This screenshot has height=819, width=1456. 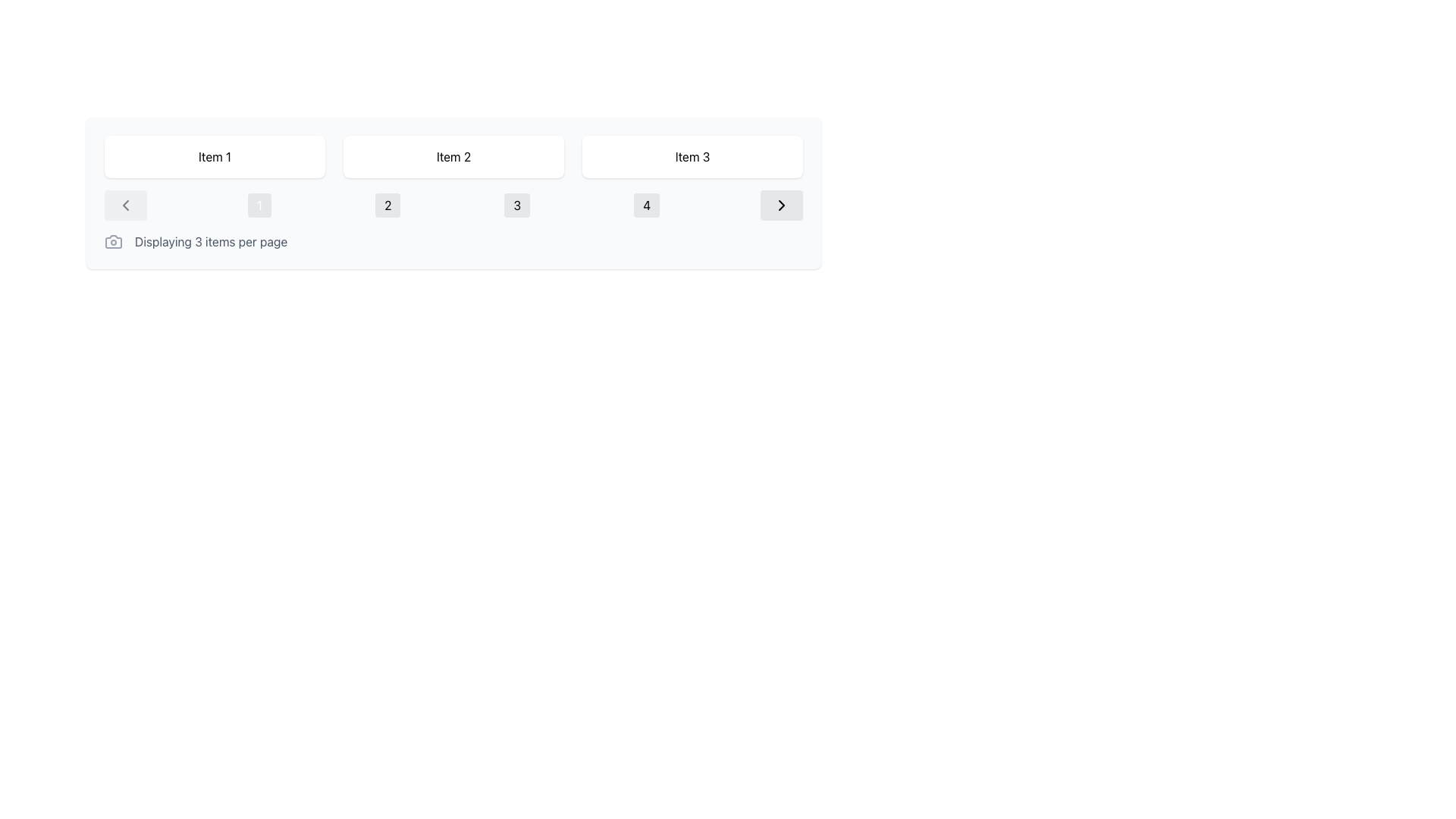 What do you see at coordinates (126, 205) in the screenshot?
I see `the left-chevron icon in the pagination navigation bar, which is currently disabled and grayed-out, located to the left of the page number indicators` at bounding box center [126, 205].